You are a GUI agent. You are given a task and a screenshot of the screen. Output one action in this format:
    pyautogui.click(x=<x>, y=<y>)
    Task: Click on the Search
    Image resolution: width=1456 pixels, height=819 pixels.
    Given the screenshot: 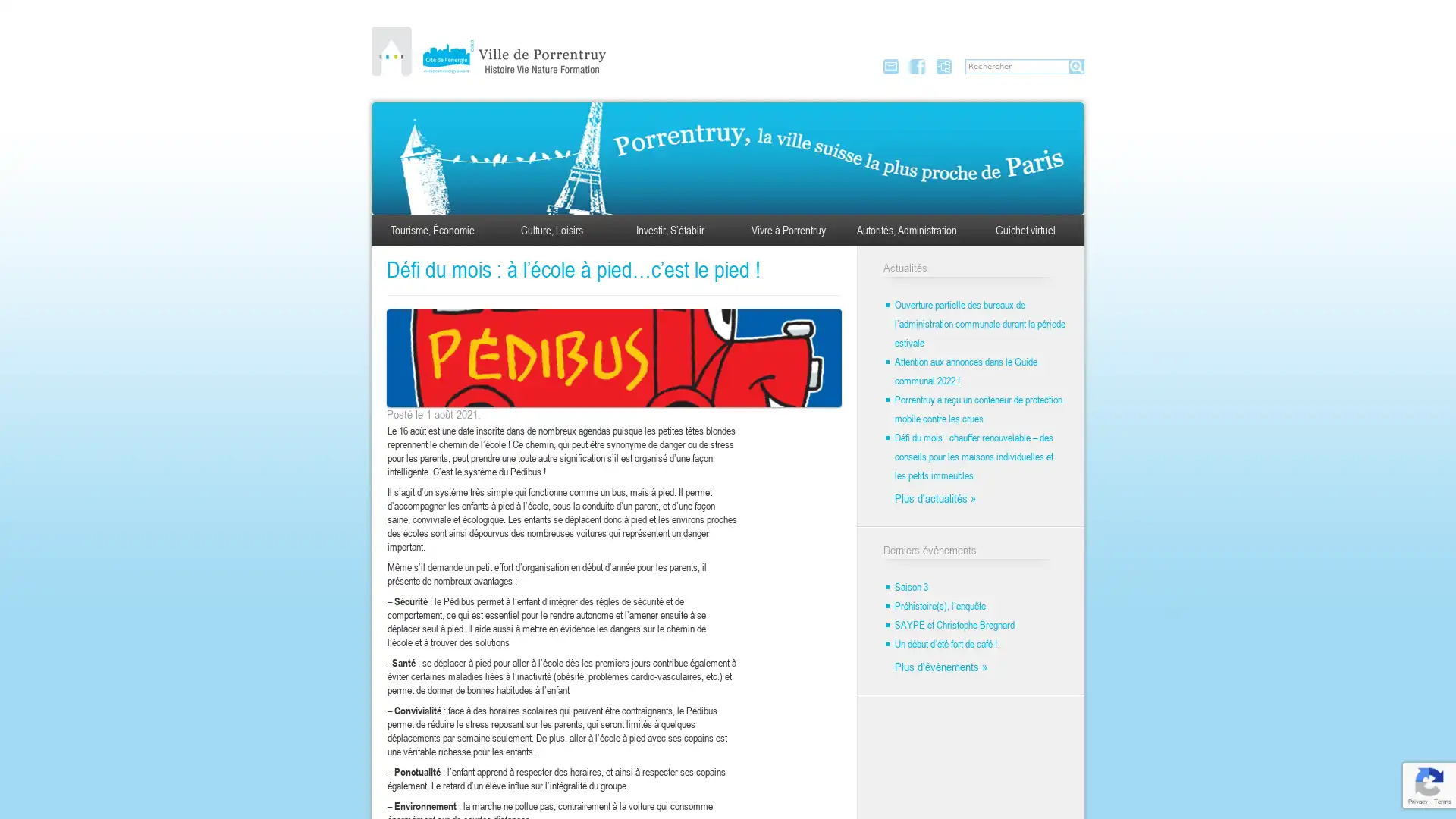 What is the action you would take?
    pyautogui.click(x=1076, y=66)
    